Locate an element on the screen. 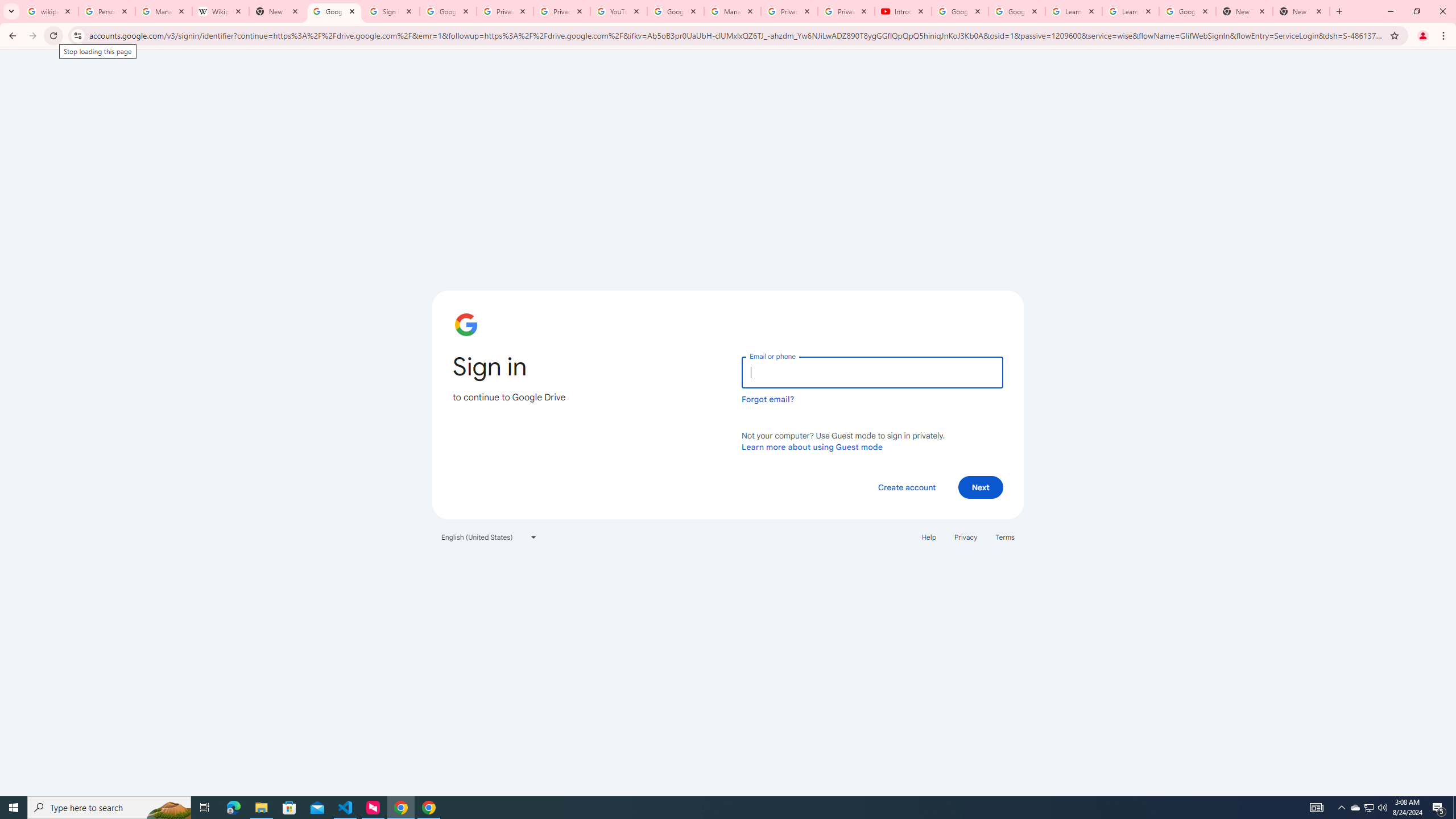  'New Tab' is located at coordinates (1244, 11).